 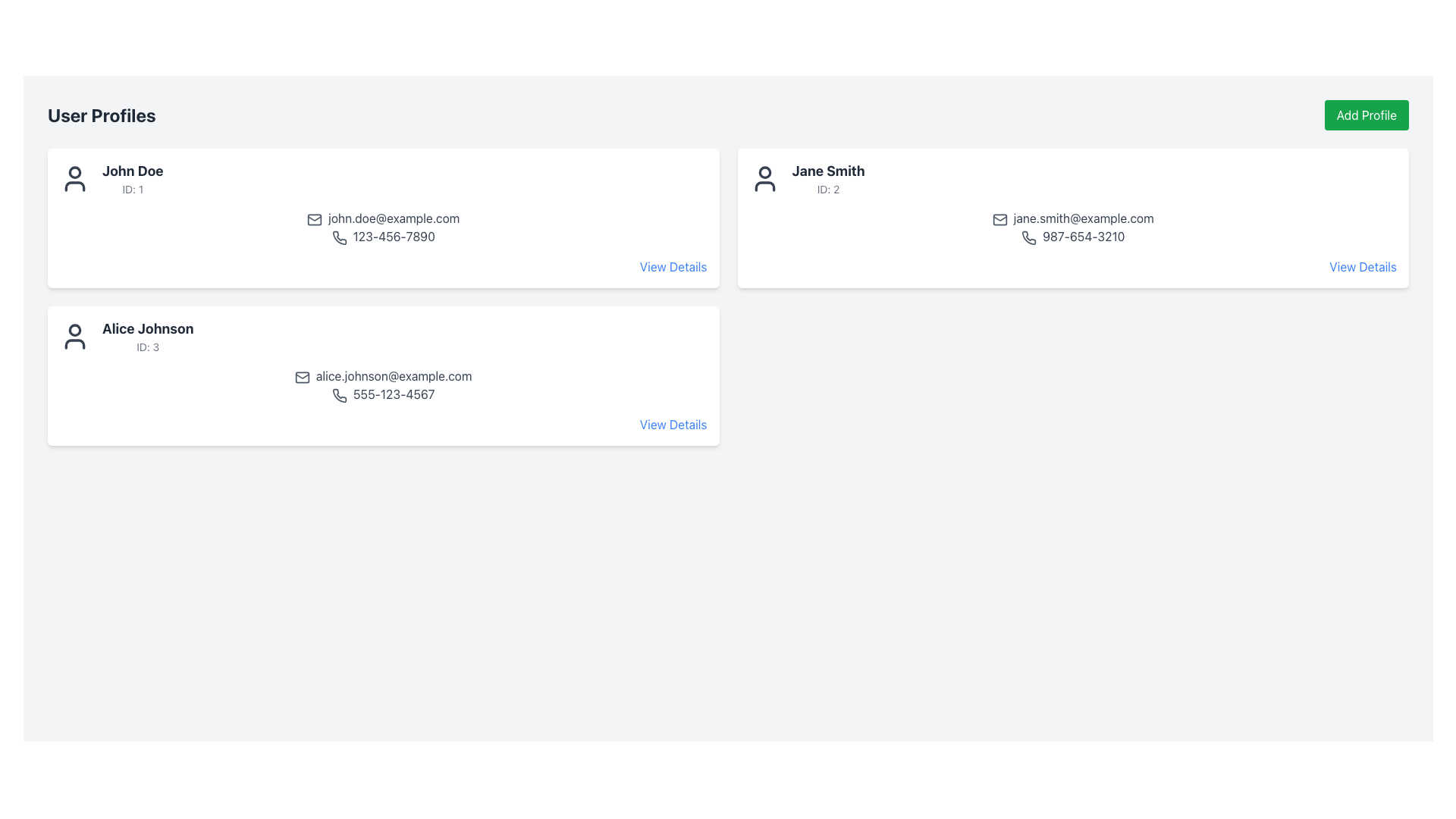 What do you see at coordinates (1072, 227) in the screenshot?
I see `contact details displayed in the second profile card on the right panel, located below the user's name and ID information but above the 'View Details' link` at bounding box center [1072, 227].